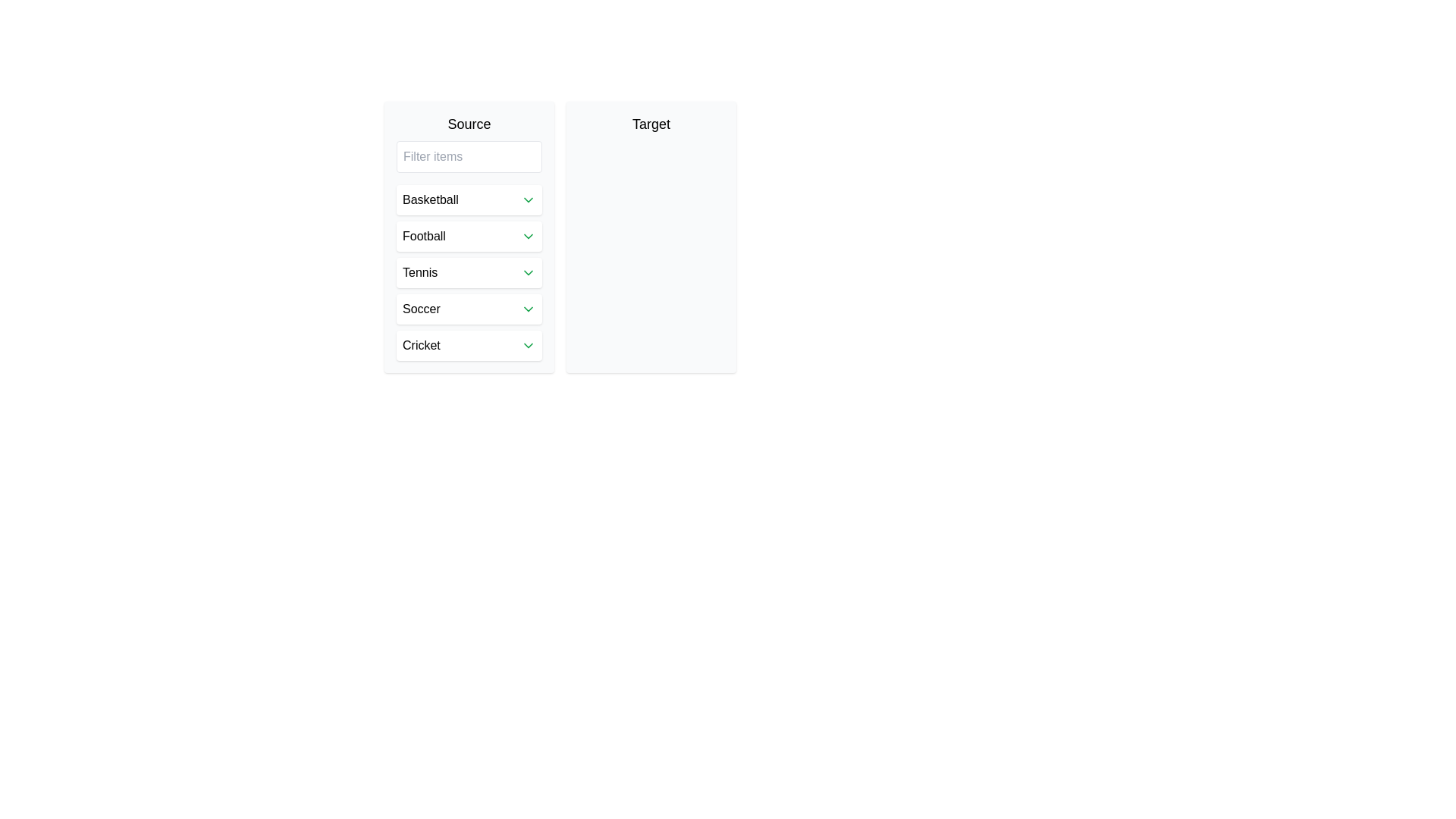 The image size is (1456, 819). What do you see at coordinates (469, 345) in the screenshot?
I see `the list item representing 'Cricket' in the 'Source' section's list of sports to activate hover effects` at bounding box center [469, 345].